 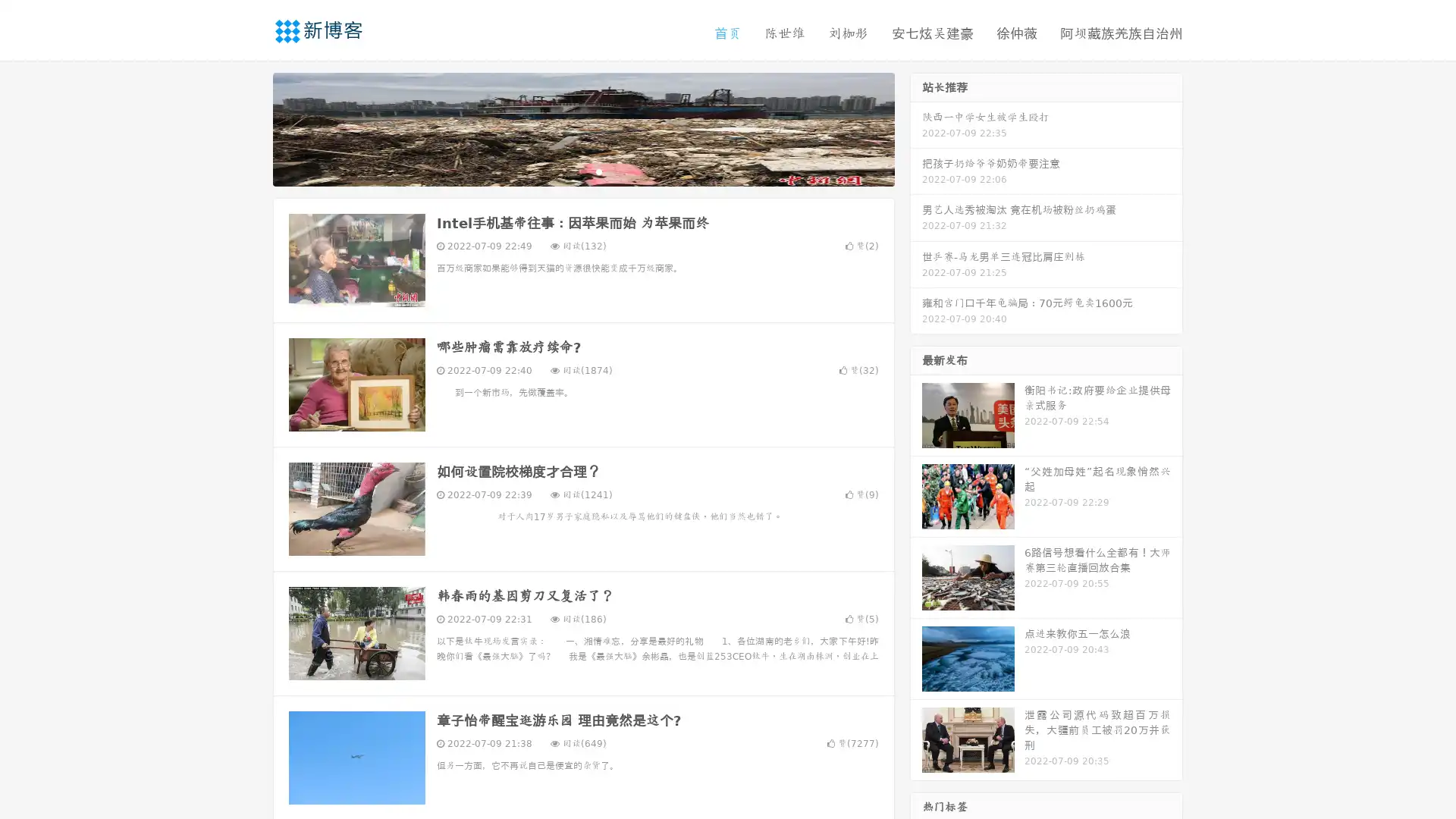 What do you see at coordinates (598, 171) in the screenshot?
I see `Go to slide 3` at bounding box center [598, 171].